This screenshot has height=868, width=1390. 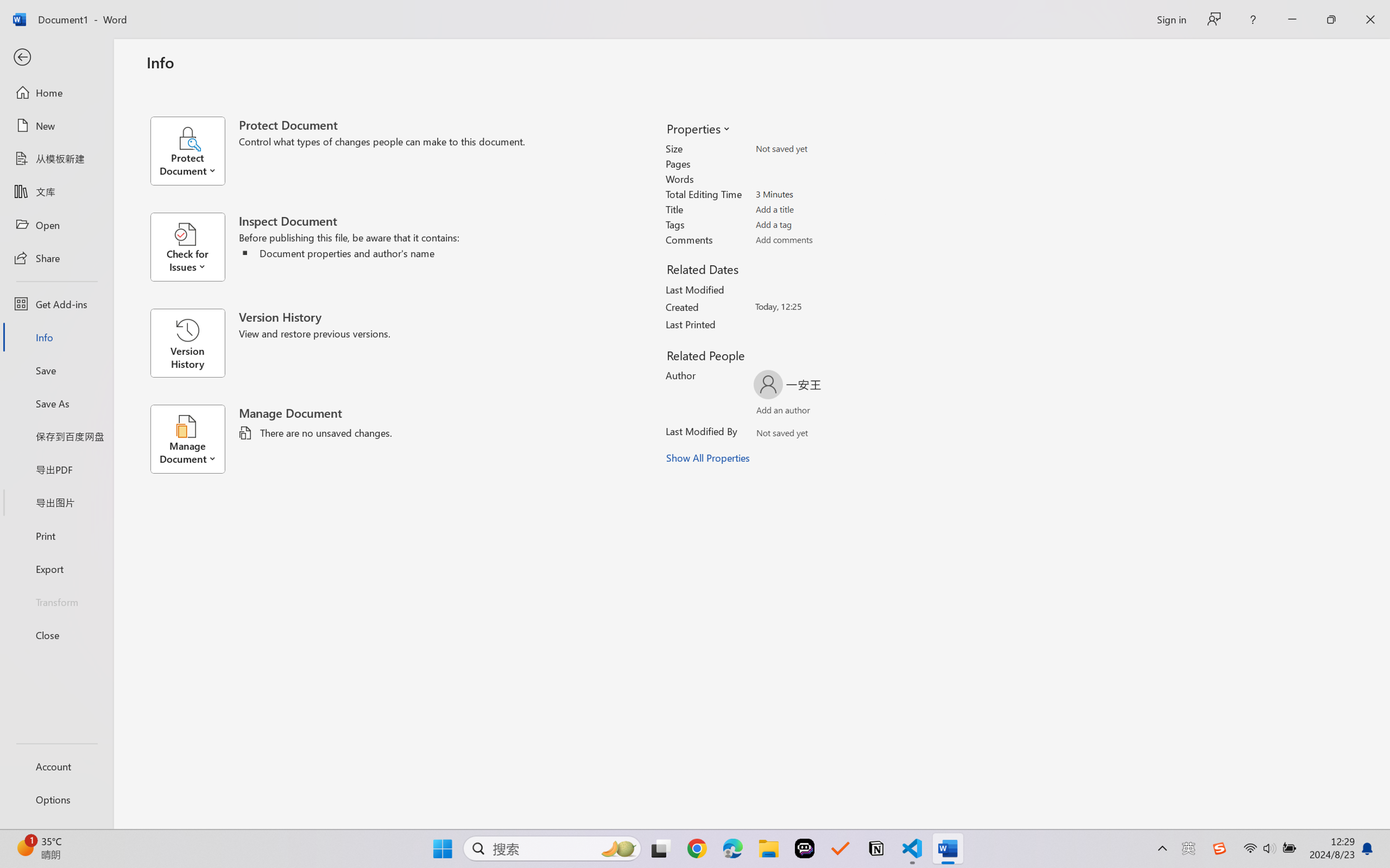 I want to click on 'Tags', so click(x=819, y=224).